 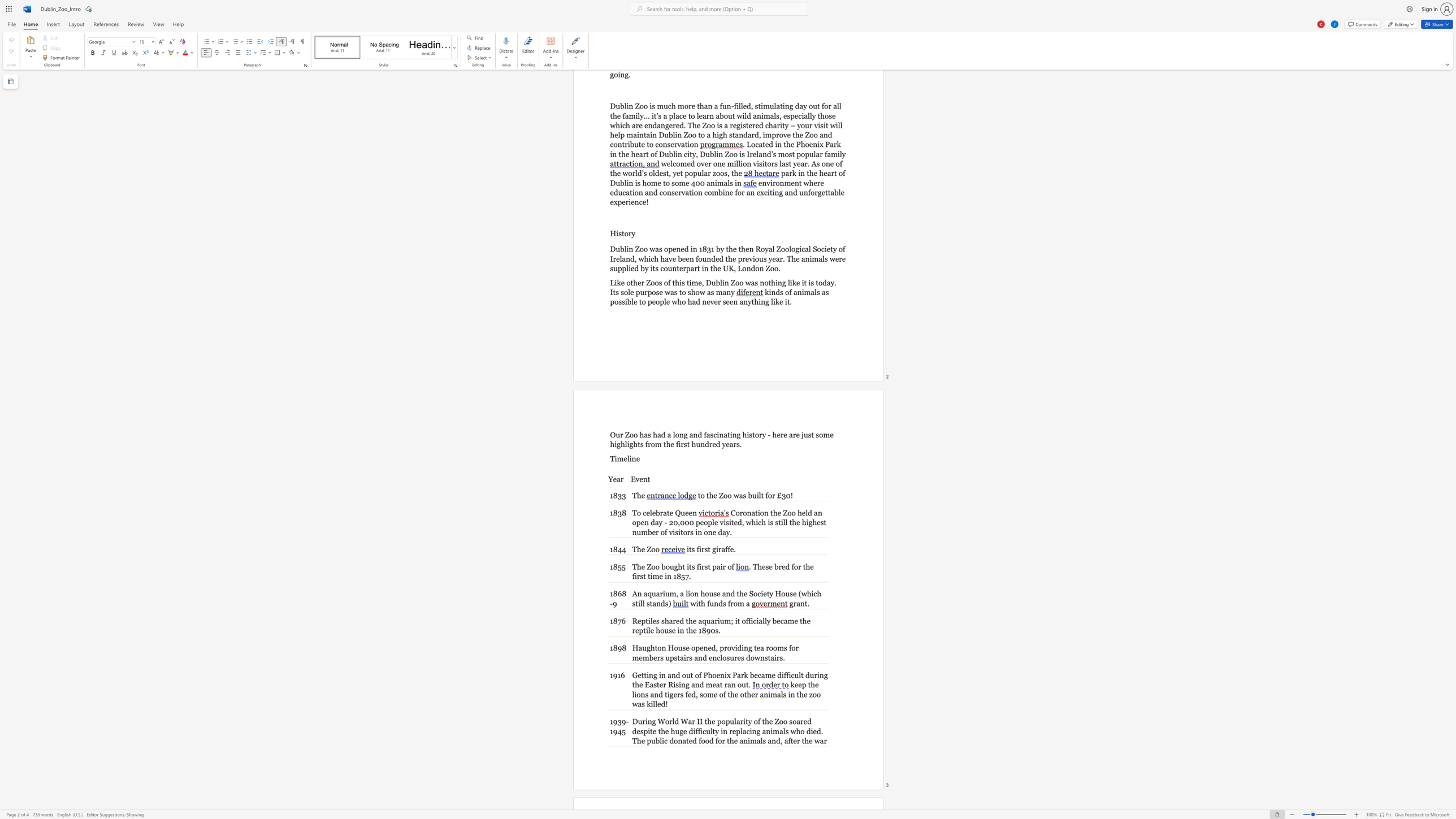 I want to click on the subset text "s fed, some of the other animals in" within the text "keep the lions and tigers fed, some of the other animals in the zoo was killed!", so click(x=680, y=694).